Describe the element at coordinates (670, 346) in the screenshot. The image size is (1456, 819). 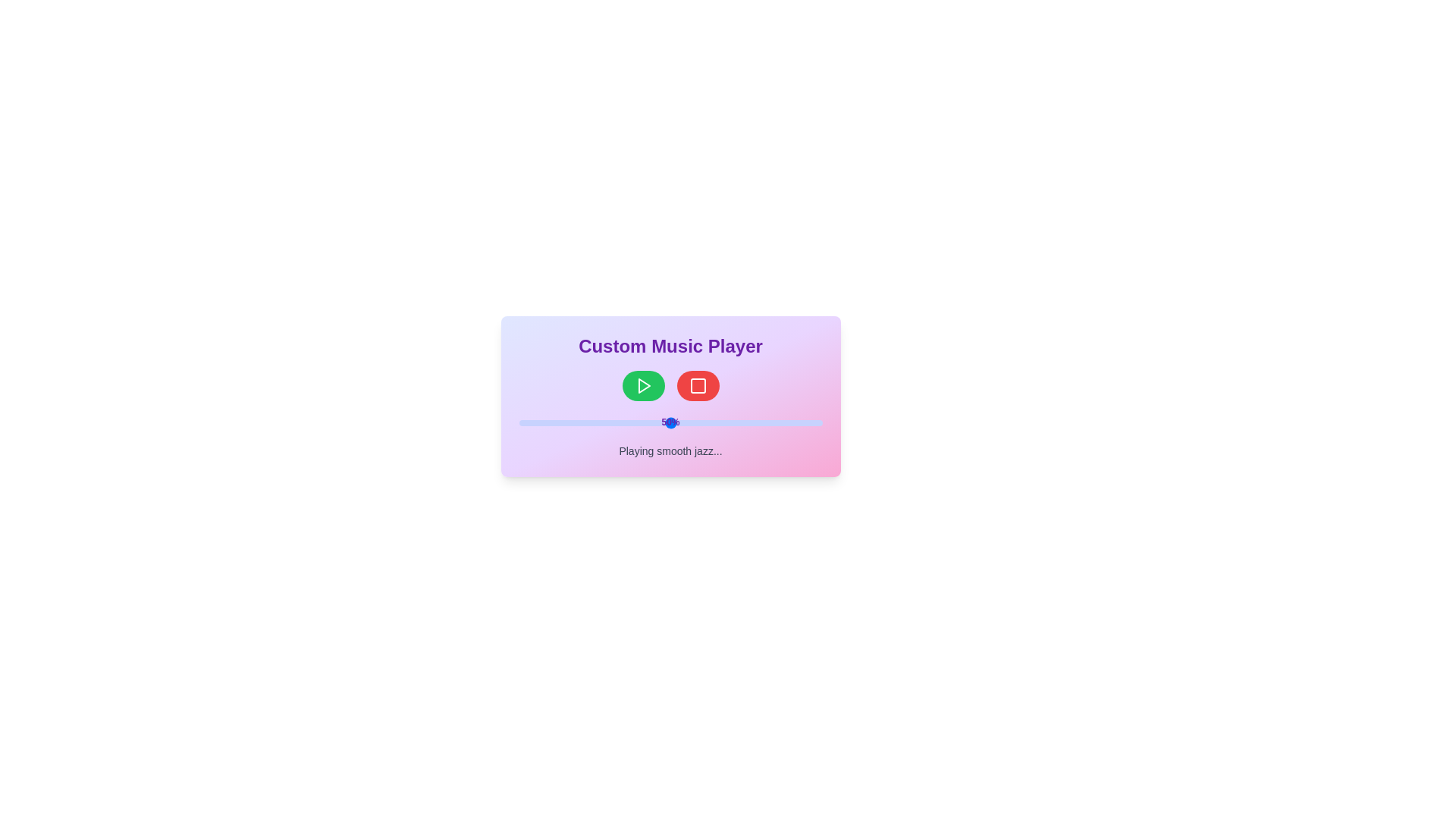
I see `the 'Custom Music Player' text header which is a prominently displayed element at the top of a card interface` at that location.